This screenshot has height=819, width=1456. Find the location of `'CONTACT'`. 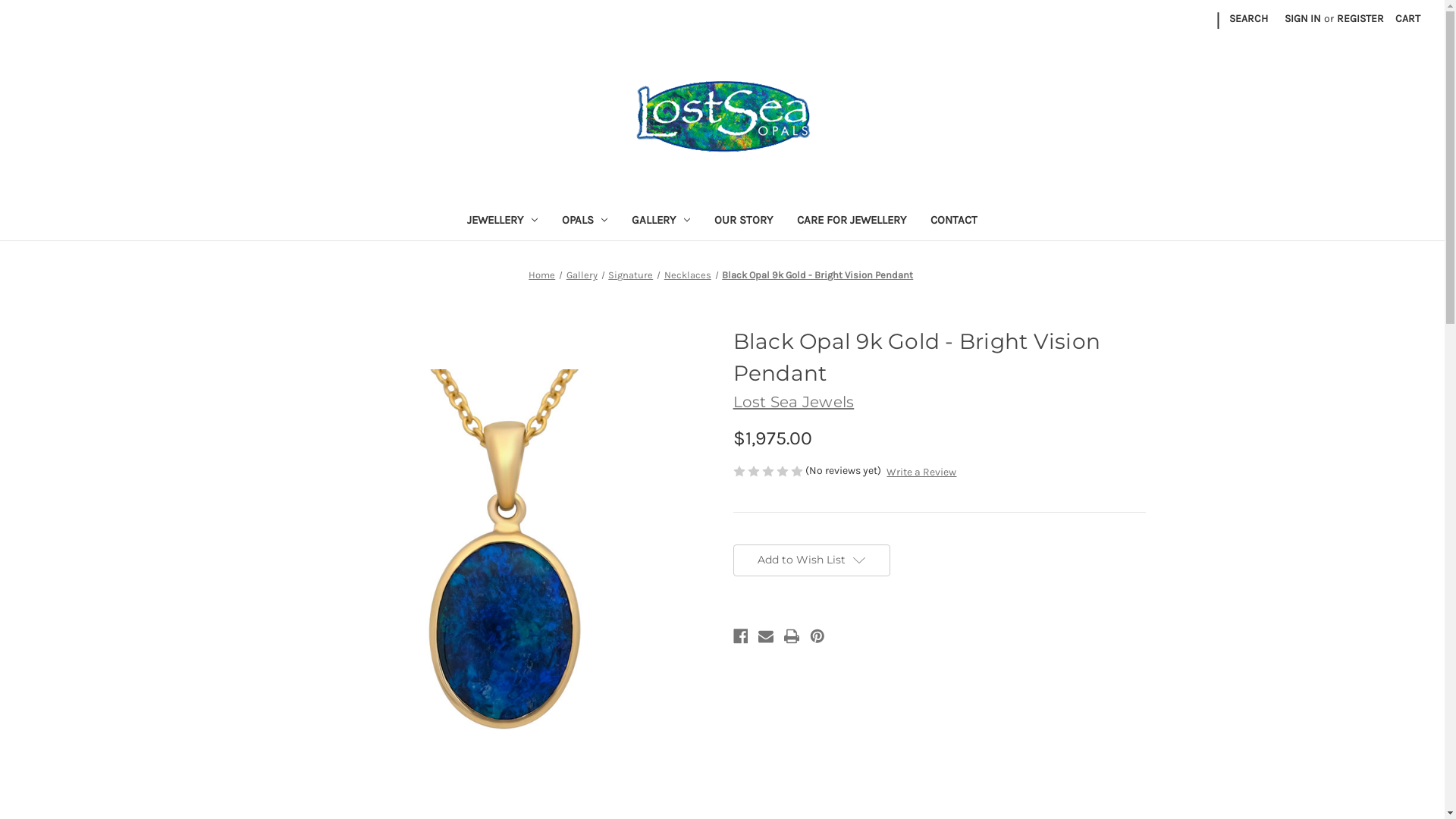

'CONTACT' is located at coordinates (952, 221).